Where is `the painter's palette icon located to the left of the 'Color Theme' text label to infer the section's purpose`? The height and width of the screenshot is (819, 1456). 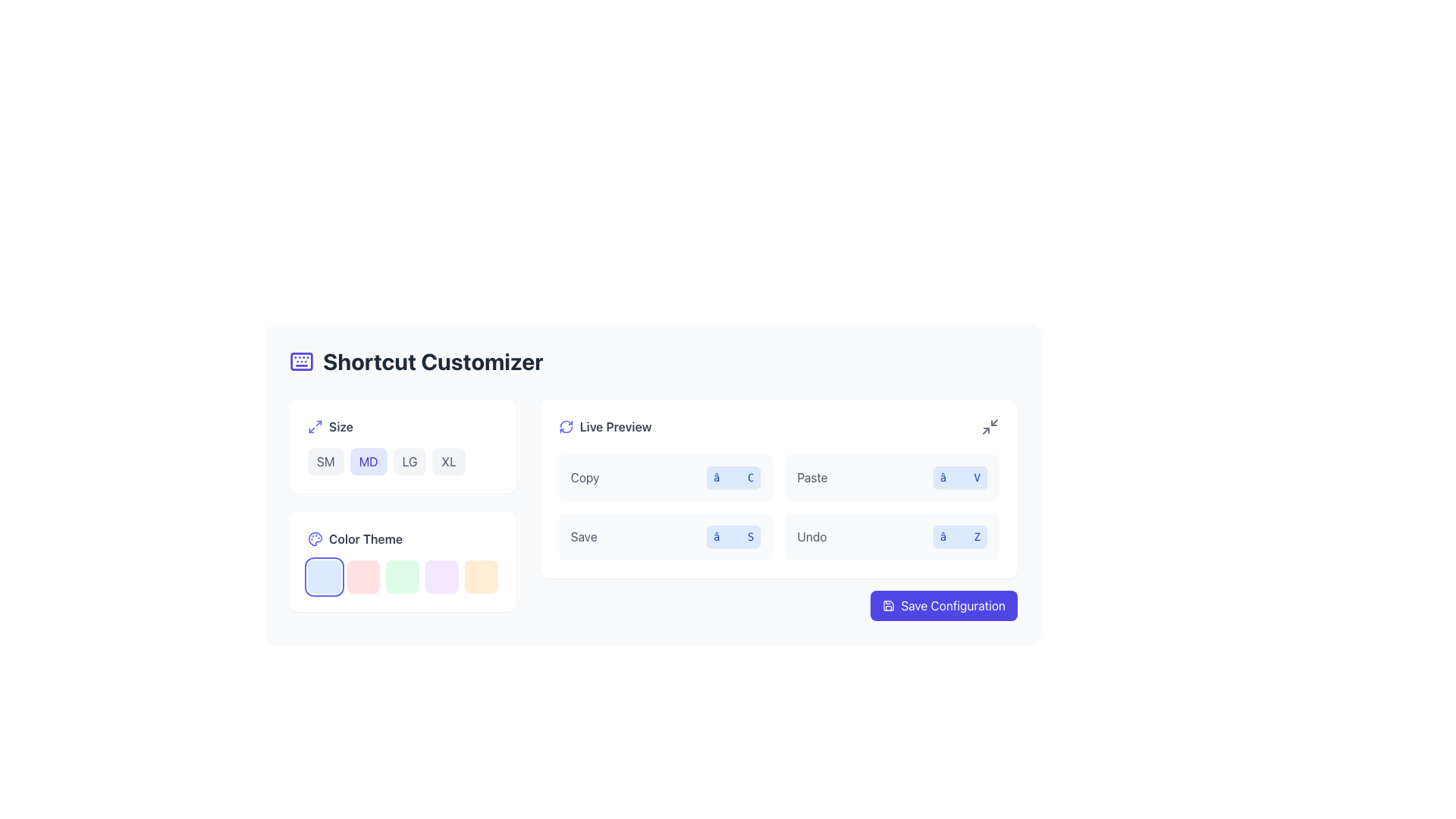 the painter's palette icon located to the left of the 'Color Theme' text label to infer the section's purpose is located at coordinates (315, 538).